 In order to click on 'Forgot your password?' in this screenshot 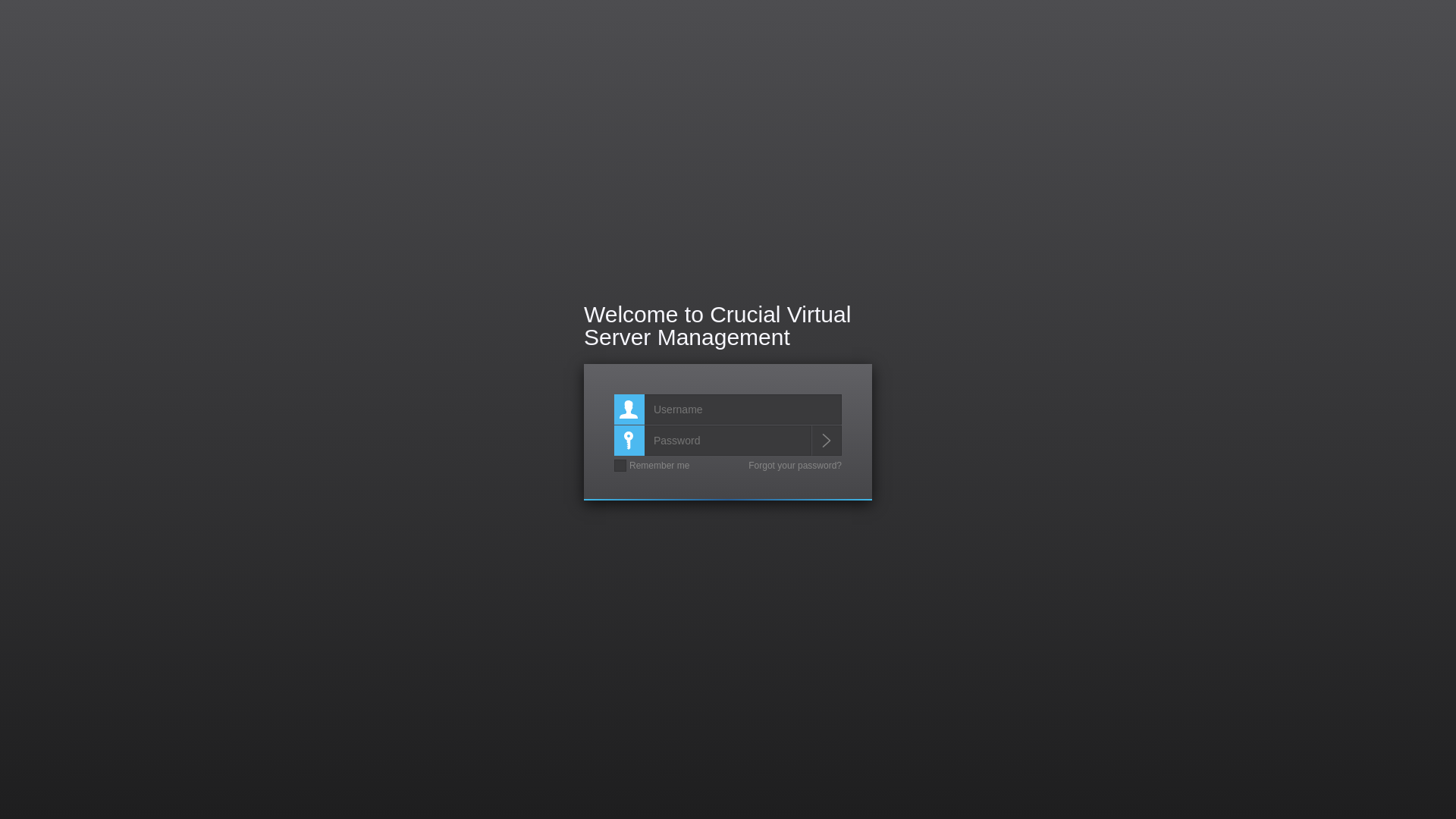, I will do `click(794, 464)`.